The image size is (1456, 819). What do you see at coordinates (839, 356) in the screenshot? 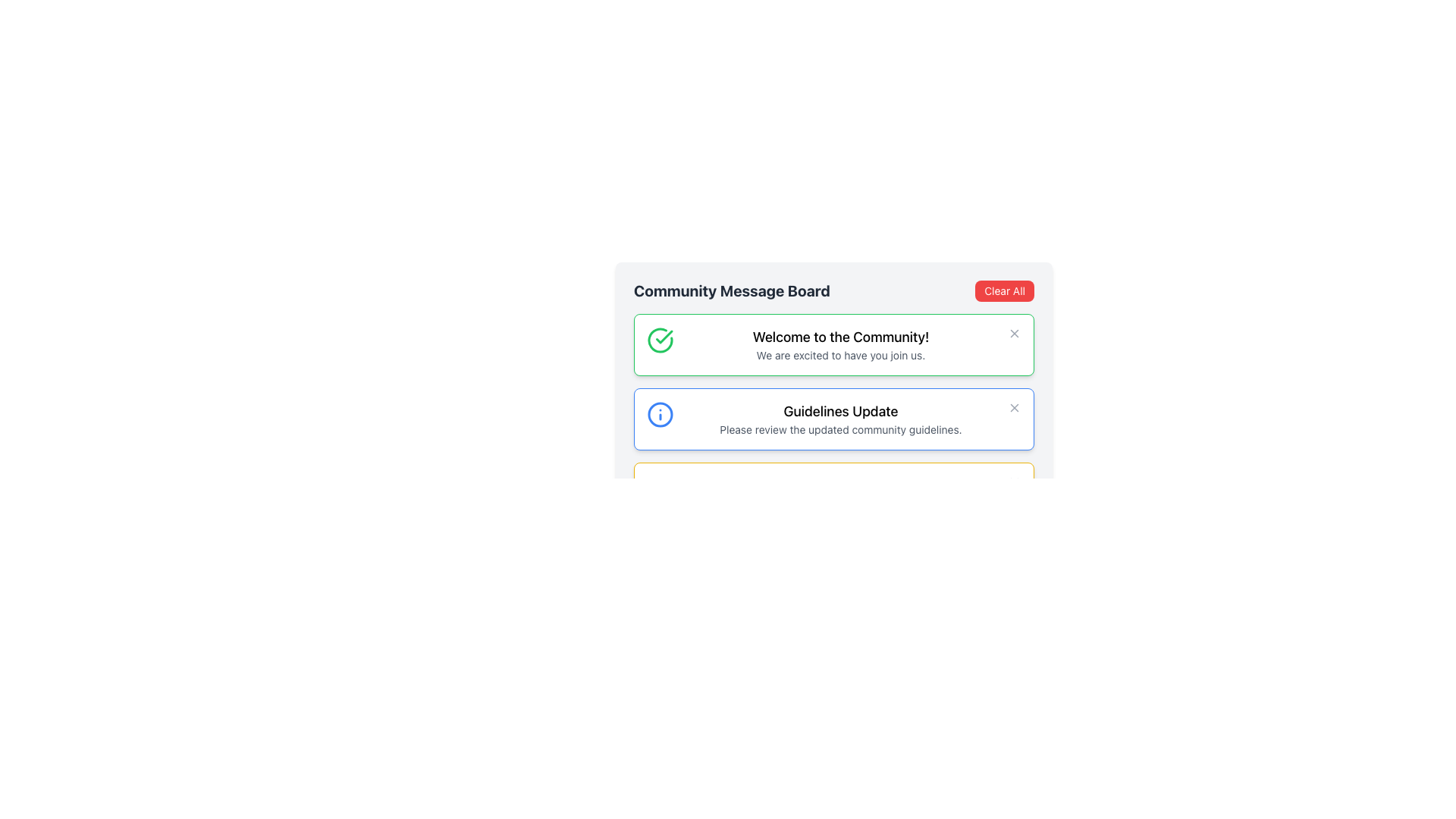
I see `the static text element providing a welcoming message located below the heading 'Welcome to the Community!' within a notification card` at bounding box center [839, 356].